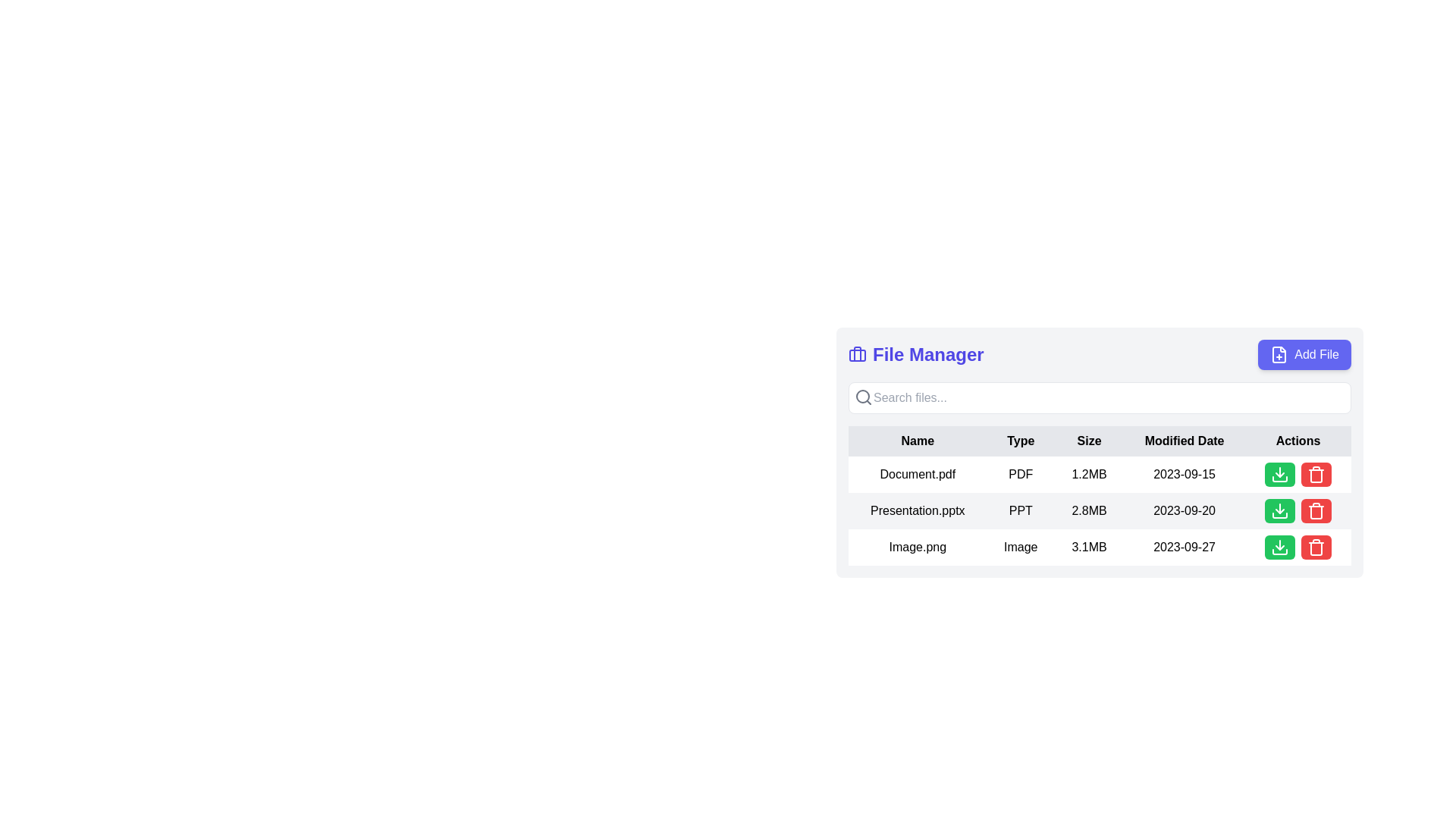 The width and height of the screenshot is (1456, 819). I want to click on the text element displaying '2023-09-20' located in the 'Modified Date' column of the table for the entry 'Presentation.pptx', so click(1184, 511).